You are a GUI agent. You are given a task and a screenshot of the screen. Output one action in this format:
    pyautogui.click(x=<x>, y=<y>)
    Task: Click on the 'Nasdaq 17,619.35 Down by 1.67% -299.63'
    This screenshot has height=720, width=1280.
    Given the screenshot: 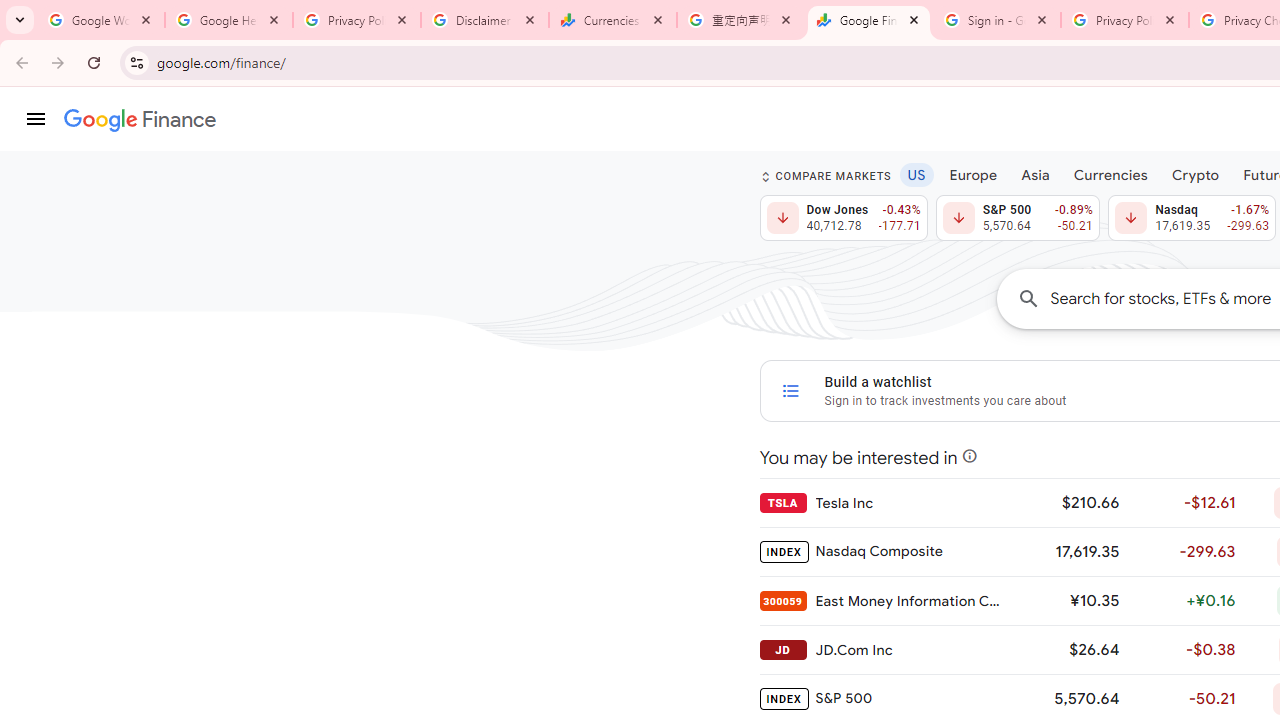 What is the action you would take?
    pyautogui.click(x=1192, y=218)
    